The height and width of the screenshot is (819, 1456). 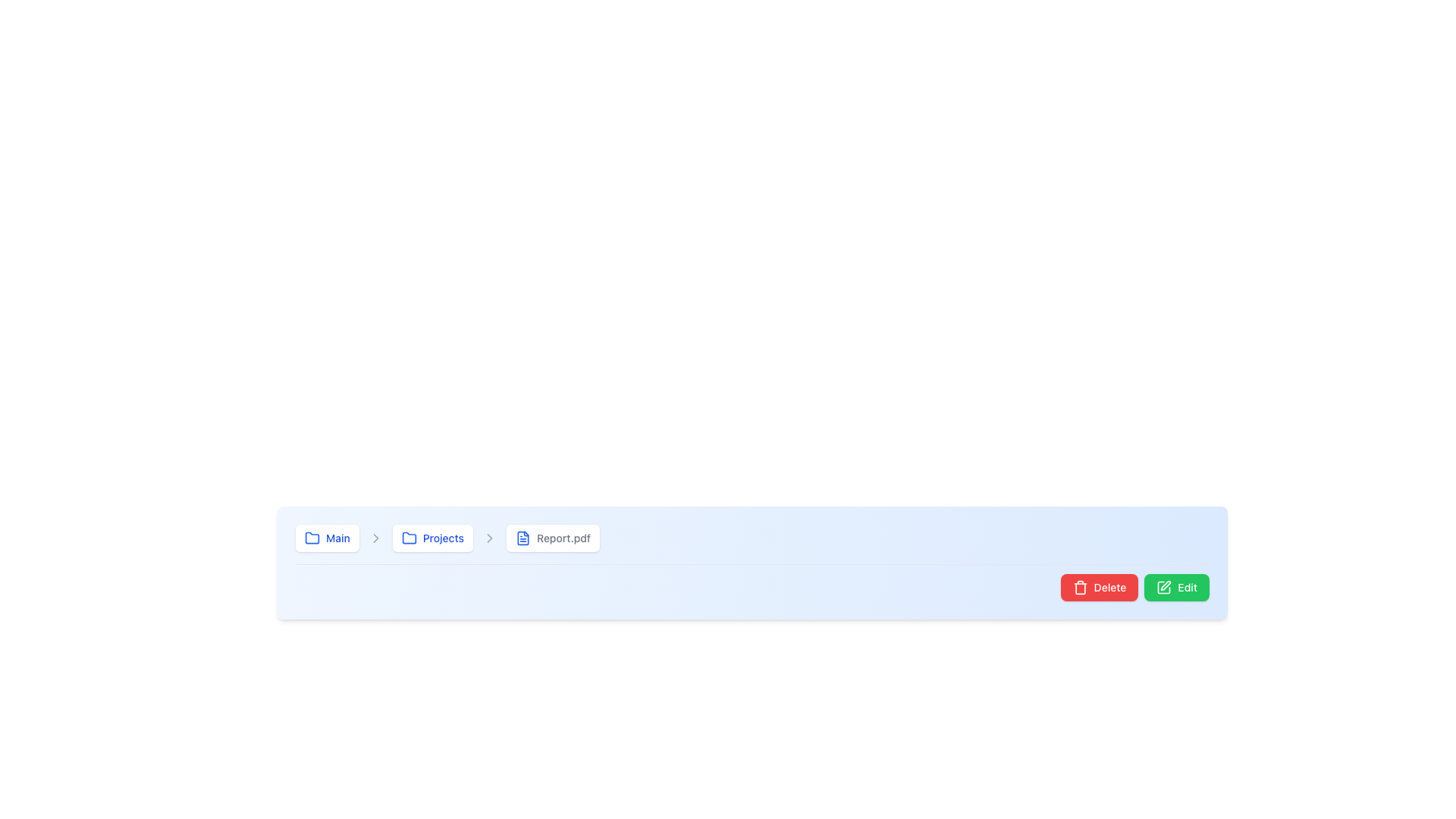 I want to click on the text label displaying 'Report.pdf' in the breadcrumb navigation area, so click(x=563, y=537).